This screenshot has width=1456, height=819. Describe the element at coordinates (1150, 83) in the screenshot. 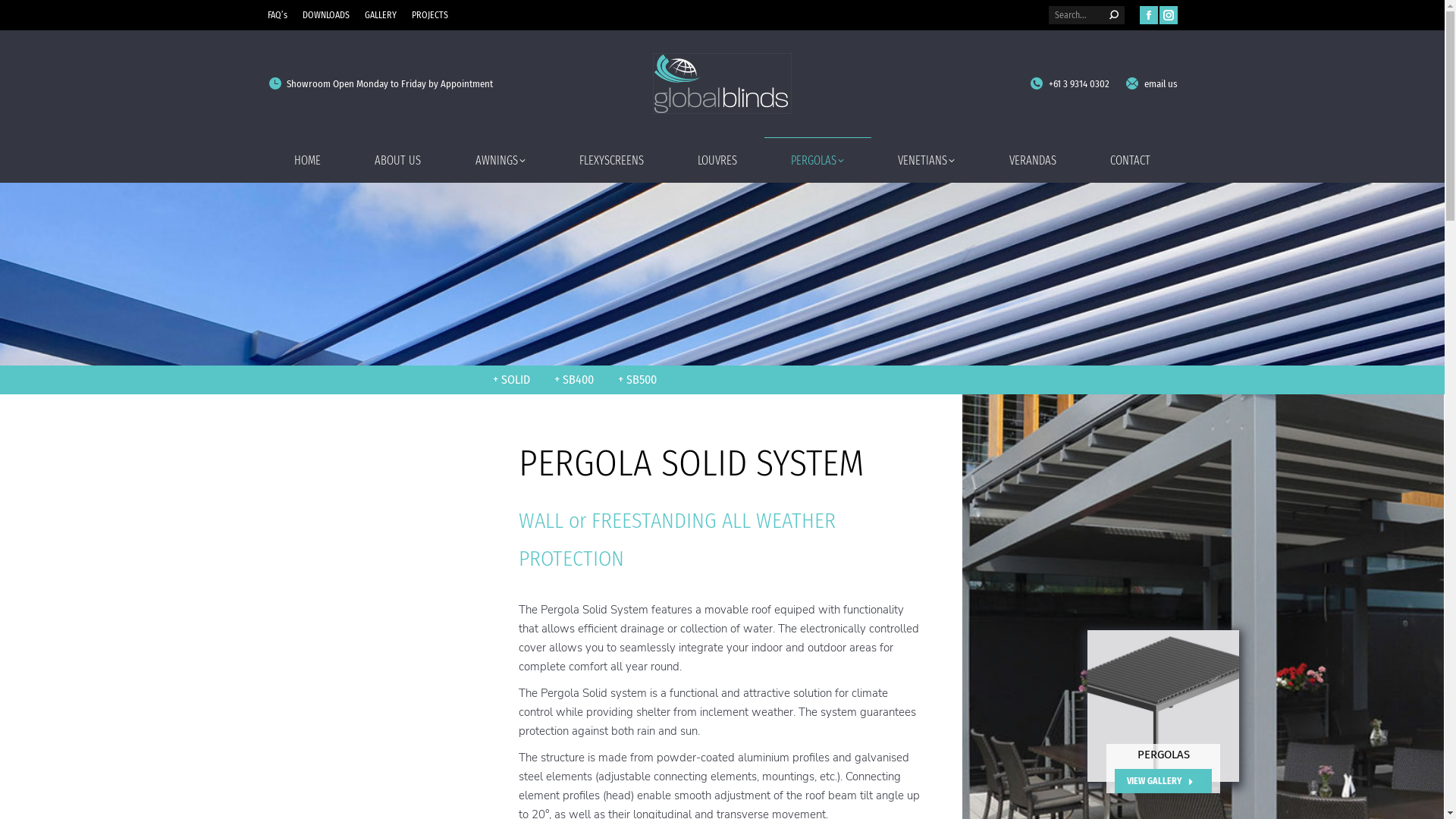

I see `'email us'` at that location.